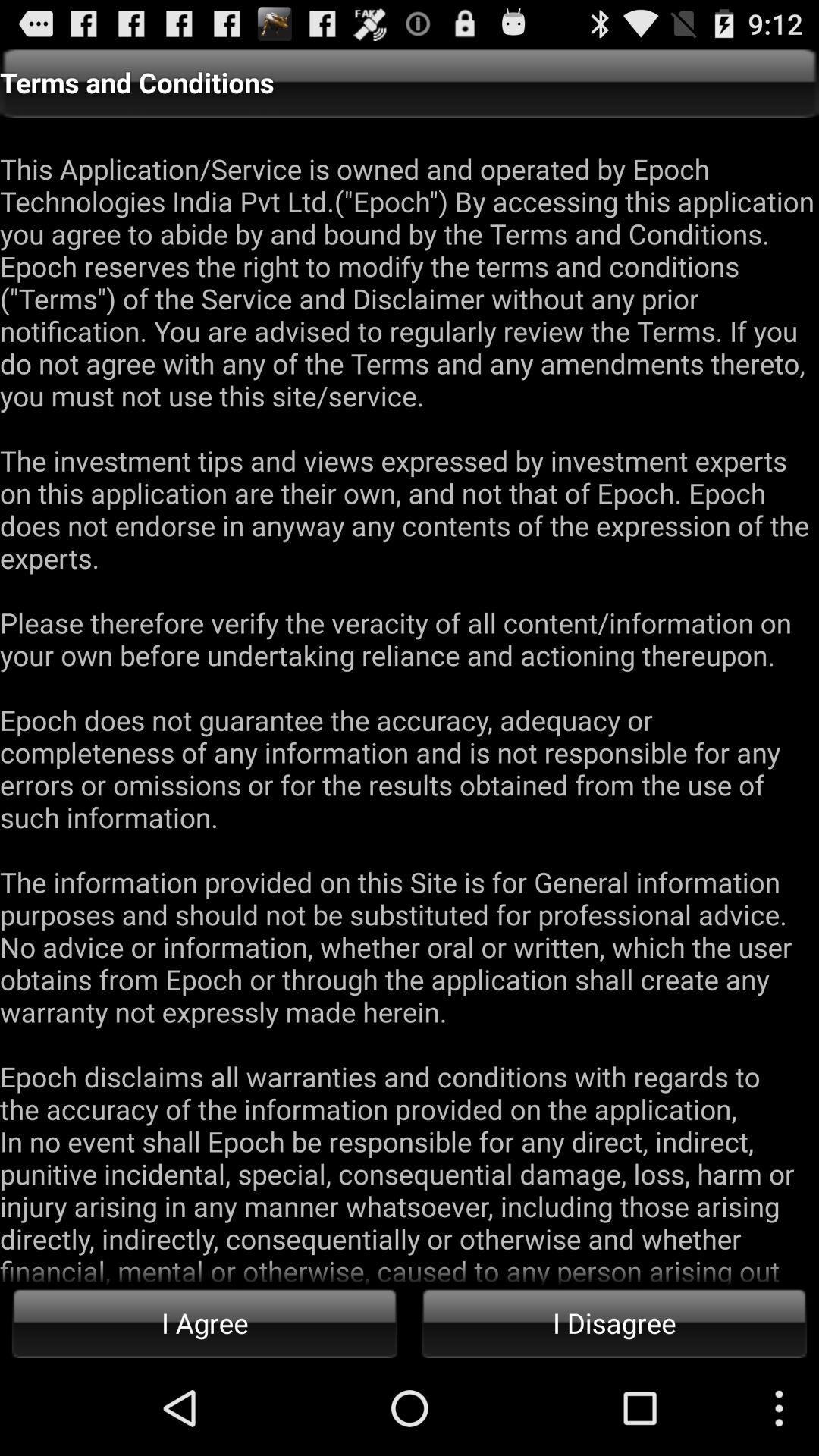 The width and height of the screenshot is (819, 1456). What do you see at coordinates (614, 1322) in the screenshot?
I see `the item below the this application service` at bounding box center [614, 1322].